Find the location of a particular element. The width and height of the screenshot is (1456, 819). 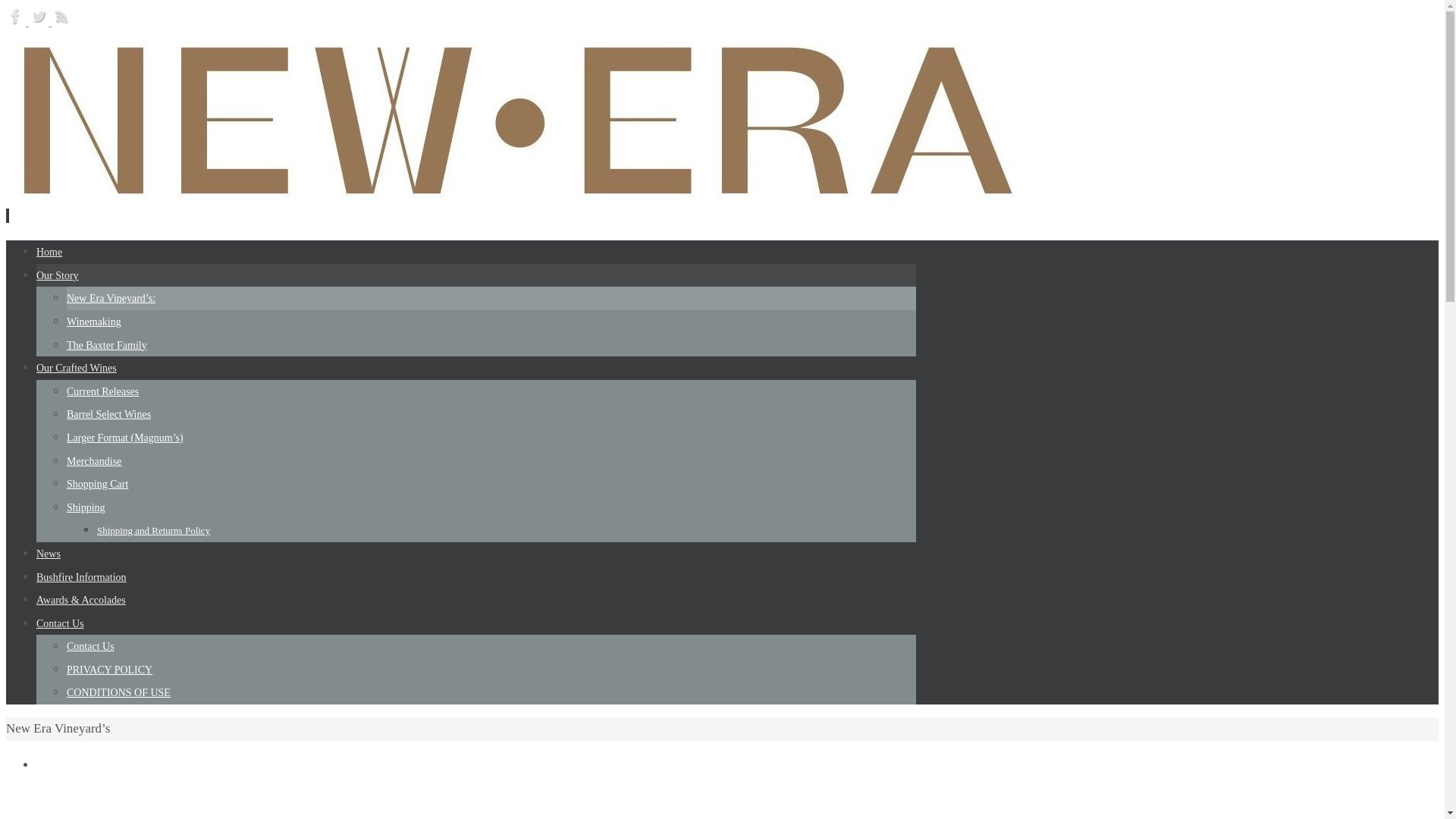

'Shipping and Returns Policy' is located at coordinates (153, 529).